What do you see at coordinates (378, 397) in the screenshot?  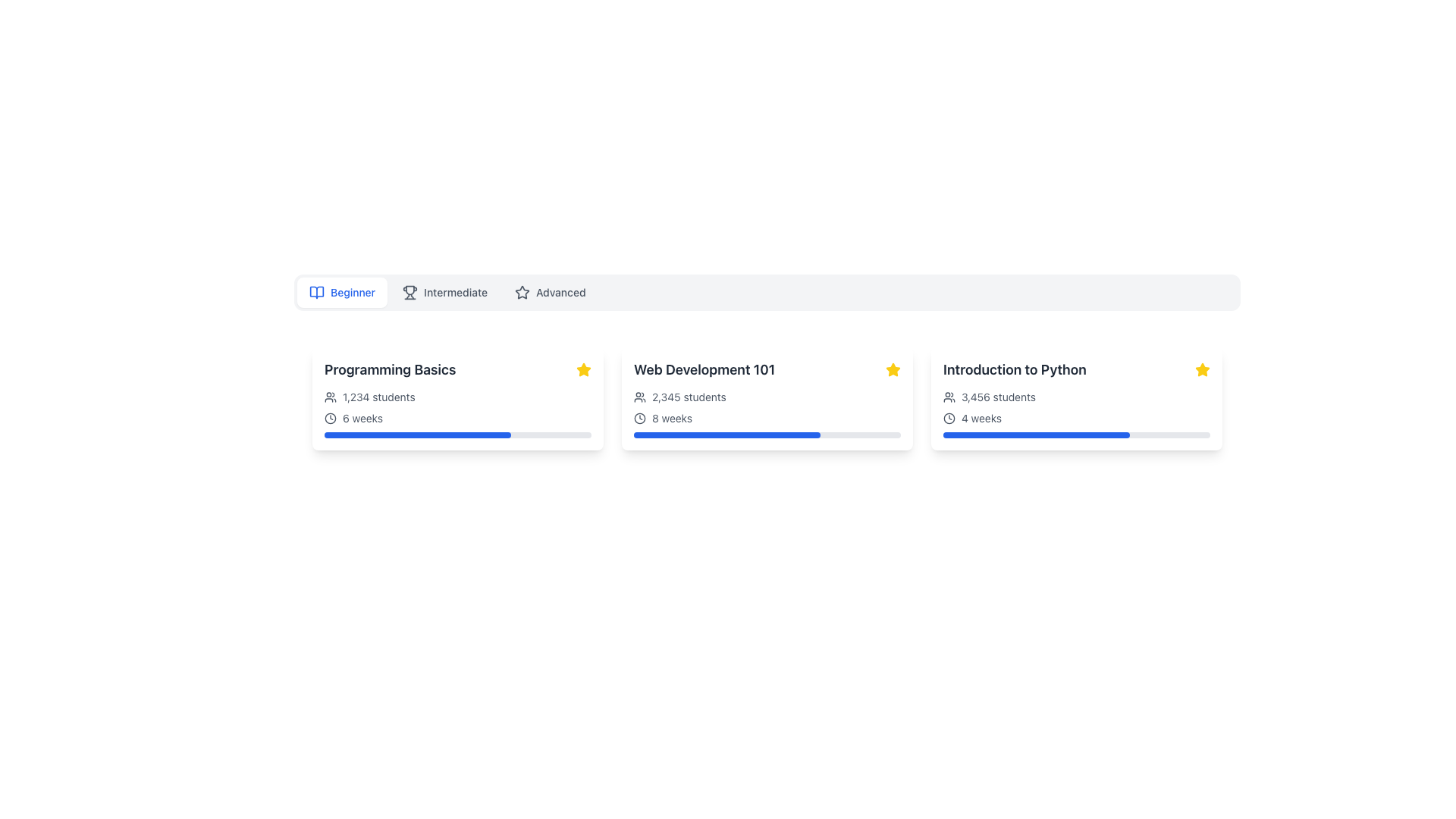 I see `the Text Label indicating the total number of students for the course 'Programming Basics', which is positioned to the right of the user group icon in the horizontal layout` at bounding box center [378, 397].